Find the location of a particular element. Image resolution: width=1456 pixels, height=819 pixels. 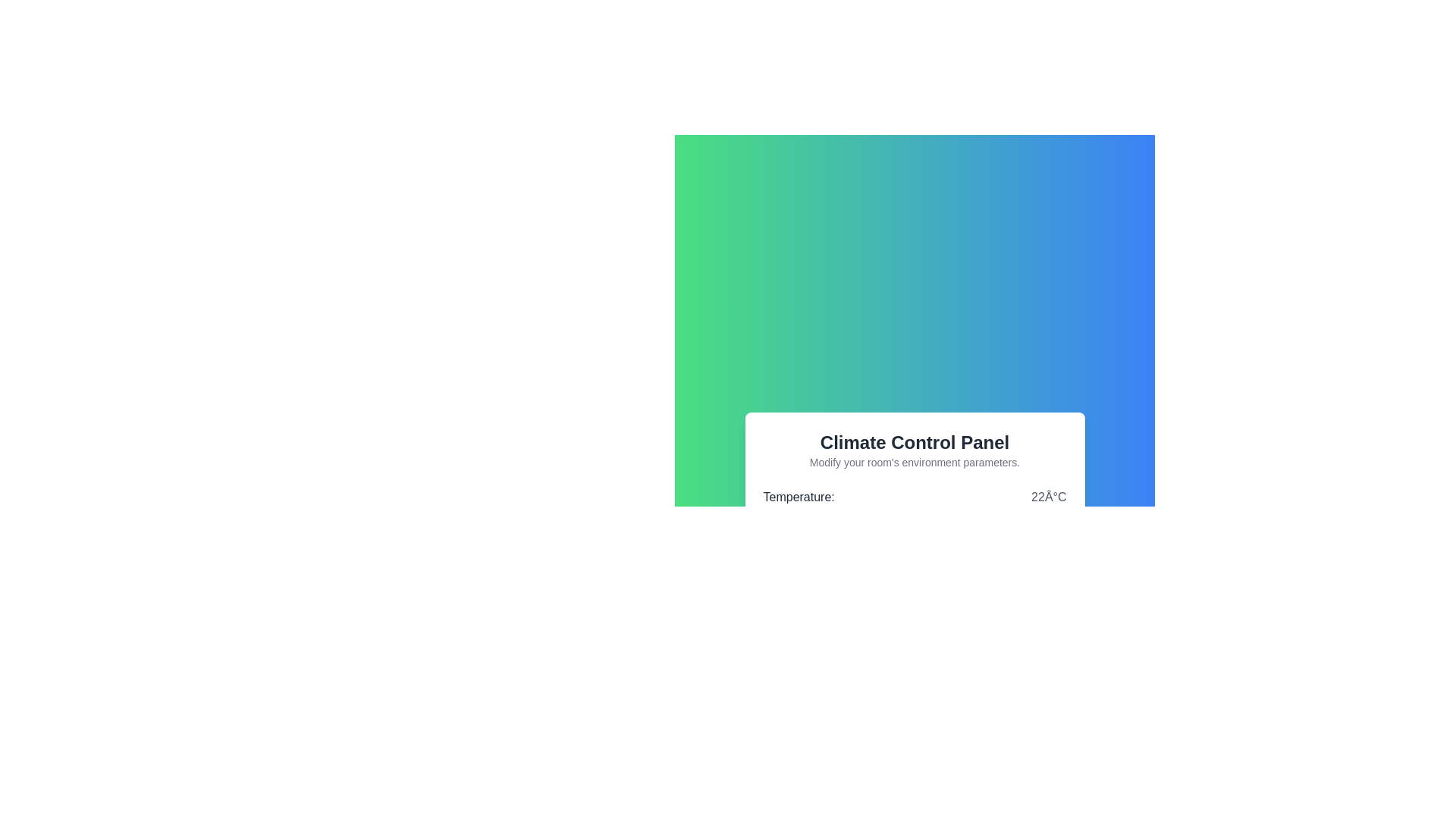

the temperature display element indicating '22°C', which is positioned to the right of the 'Temperature:' label in the Climate Control Panel is located at coordinates (1048, 497).